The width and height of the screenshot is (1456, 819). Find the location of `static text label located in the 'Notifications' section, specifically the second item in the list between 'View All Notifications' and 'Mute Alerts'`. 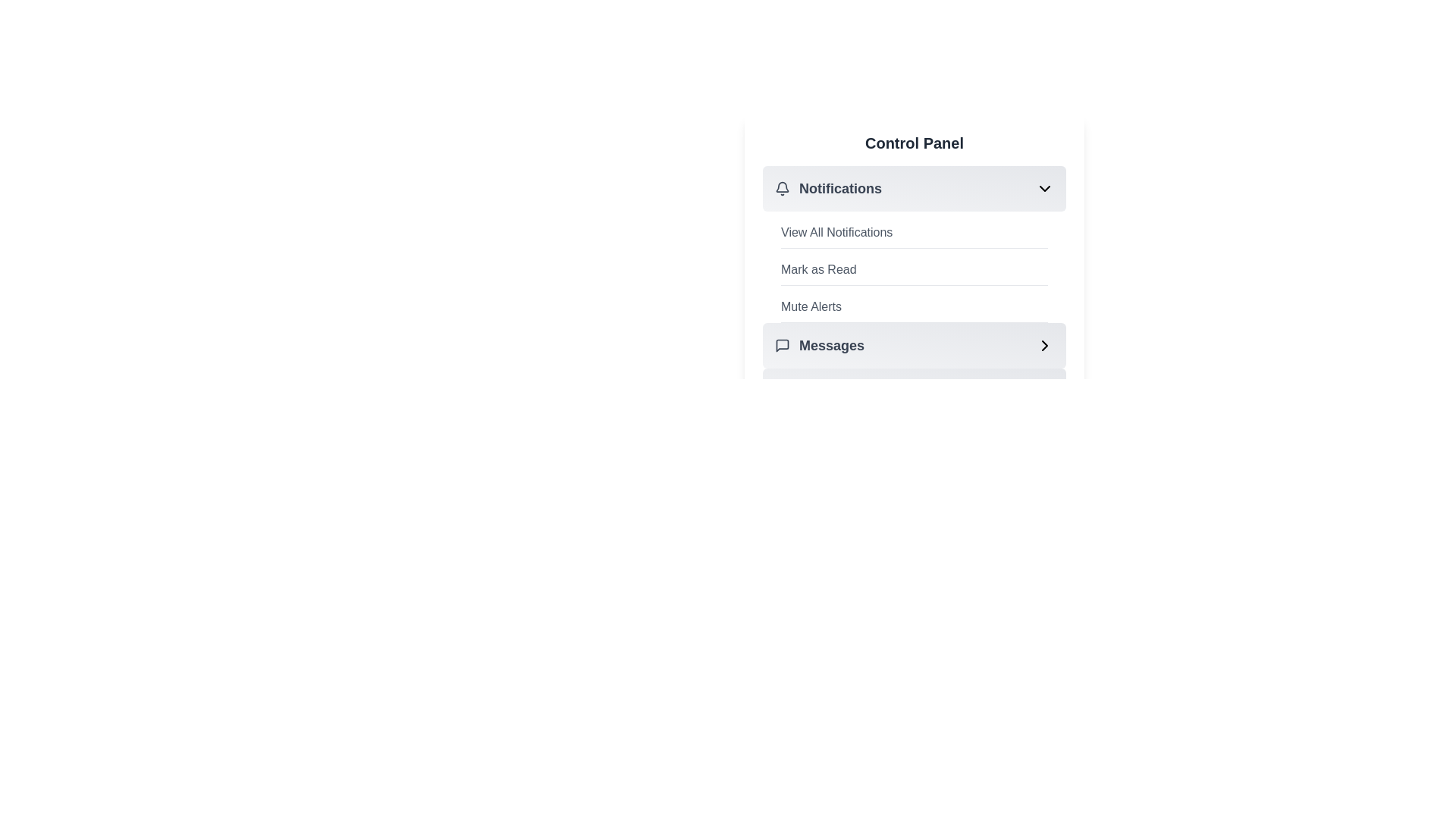

static text label located in the 'Notifications' section, specifically the second item in the list between 'View All Notifications' and 'Mute Alerts' is located at coordinates (817, 268).